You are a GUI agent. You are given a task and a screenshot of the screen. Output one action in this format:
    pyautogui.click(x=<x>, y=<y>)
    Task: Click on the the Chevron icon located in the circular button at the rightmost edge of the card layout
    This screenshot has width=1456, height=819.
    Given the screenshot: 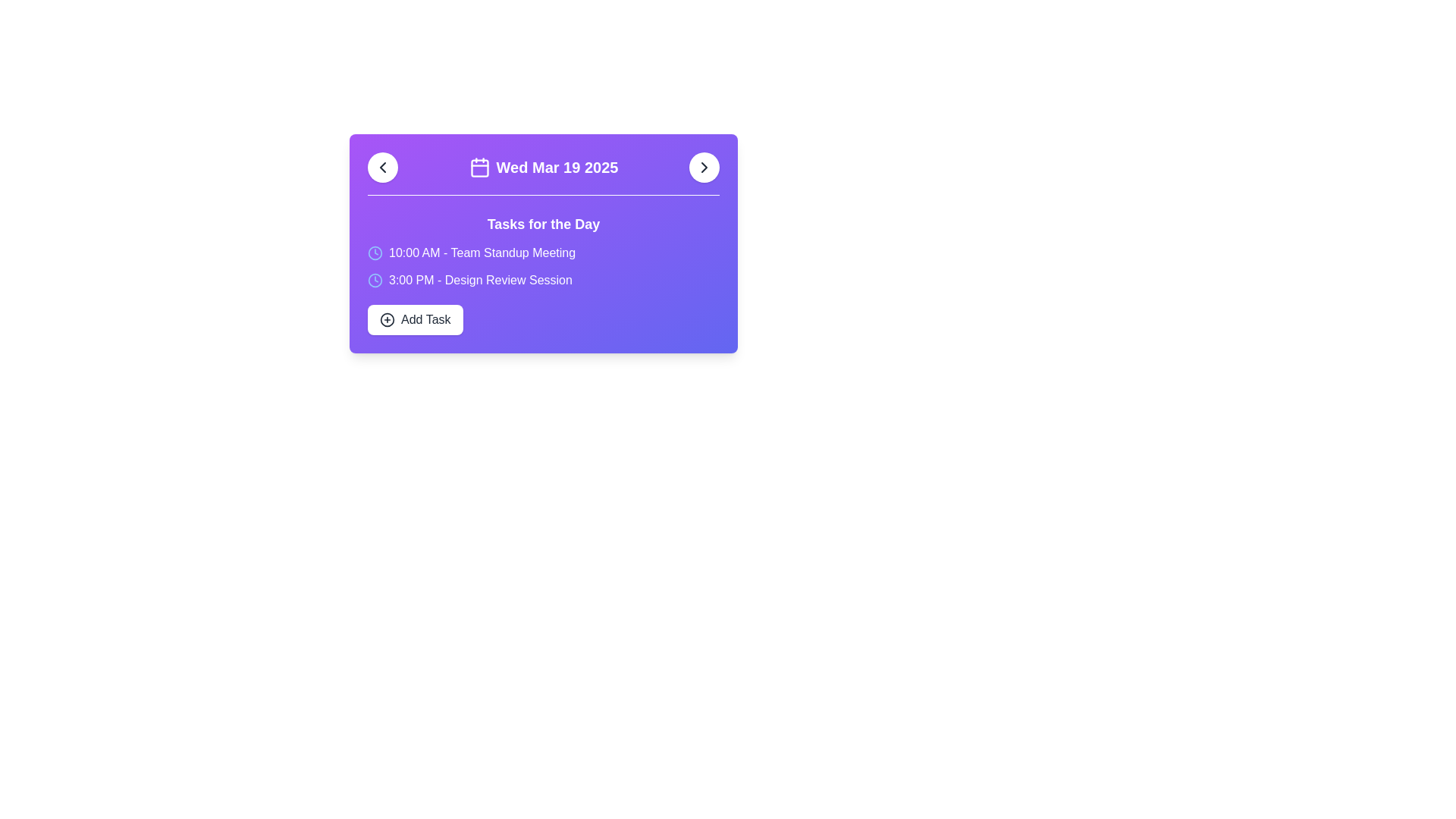 What is the action you would take?
    pyautogui.click(x=704, y=167)
    